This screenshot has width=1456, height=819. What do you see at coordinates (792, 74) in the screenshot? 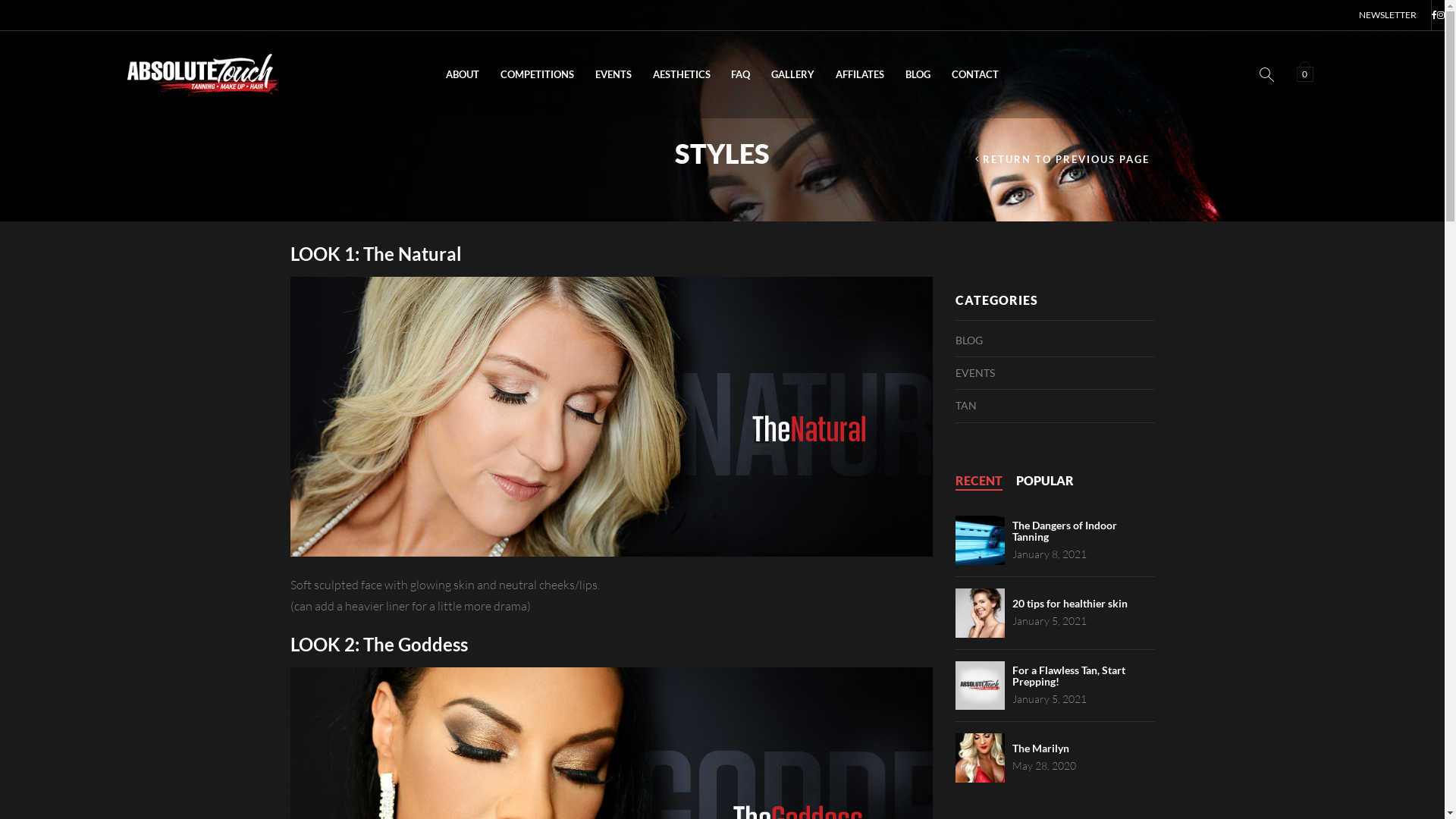
I see `'GALLERY'` at bounding box center [792, 74].